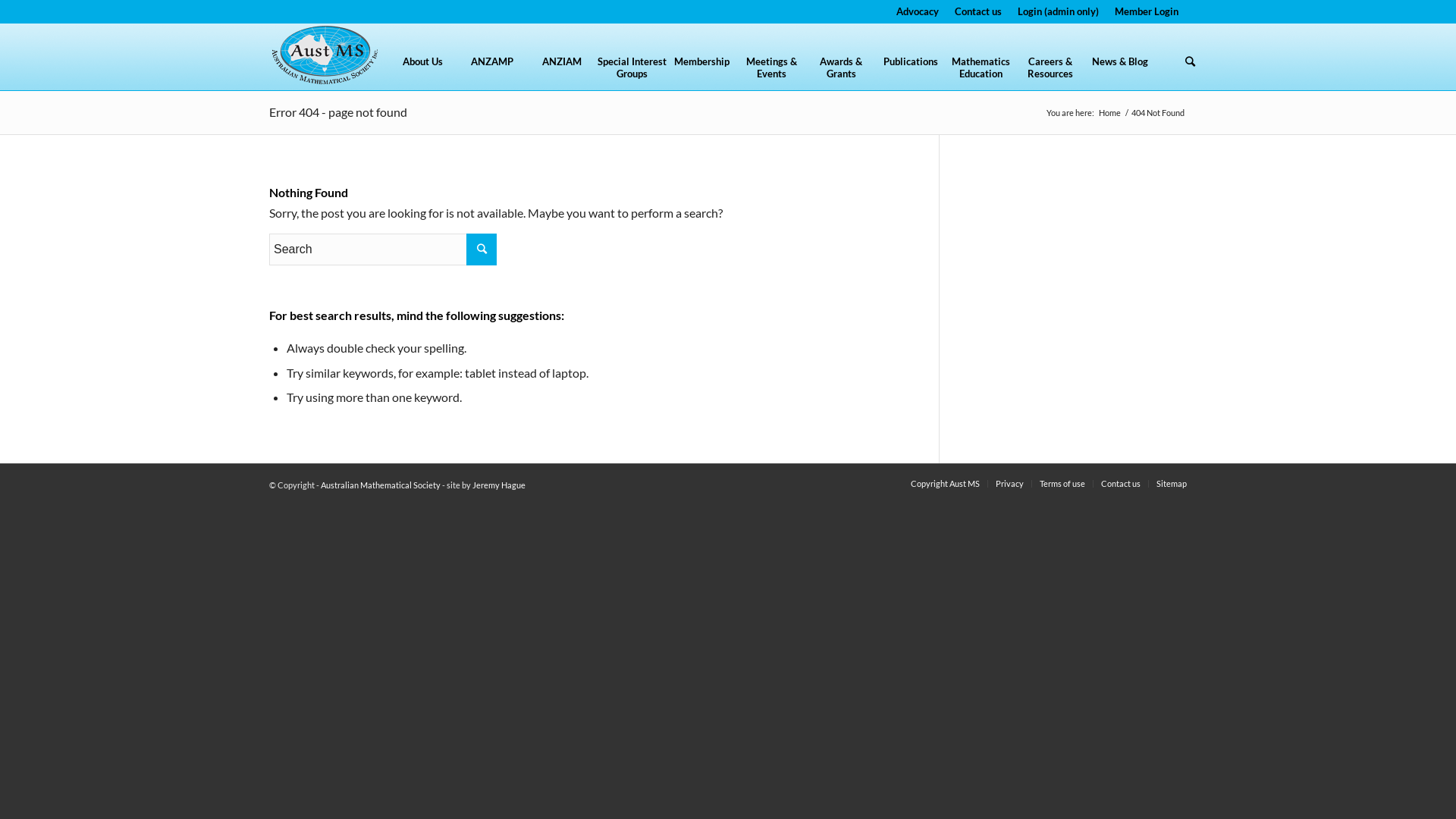 Image resolution: width=1456 pixels, height=819 pixels. Describe the element at coordinates (1084, 72) in the screenshot. I see `'News & Blog'` at that location.